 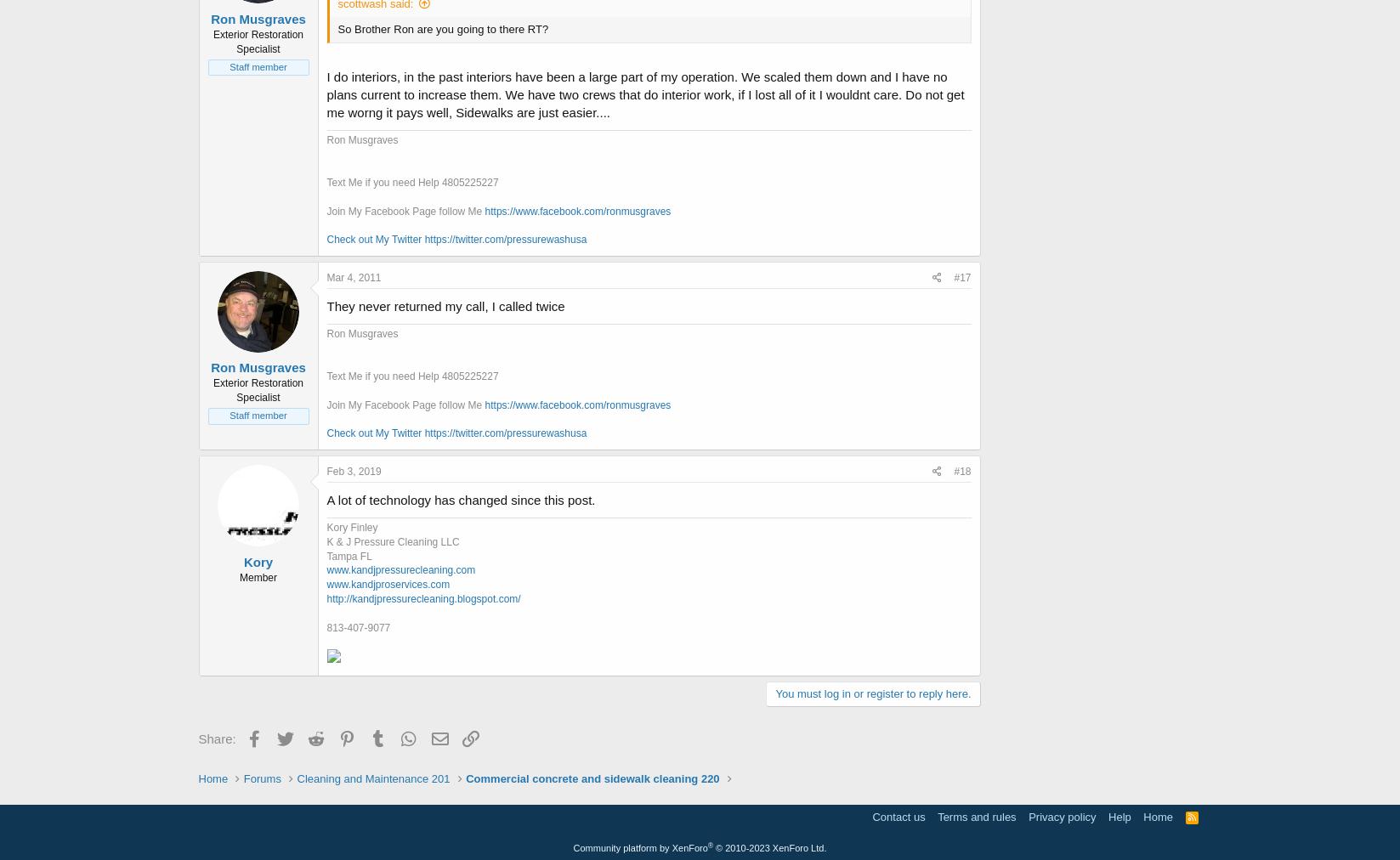 I want to click on 'K & J Pressure Cleaning LLC', so click(x=392, y=540).